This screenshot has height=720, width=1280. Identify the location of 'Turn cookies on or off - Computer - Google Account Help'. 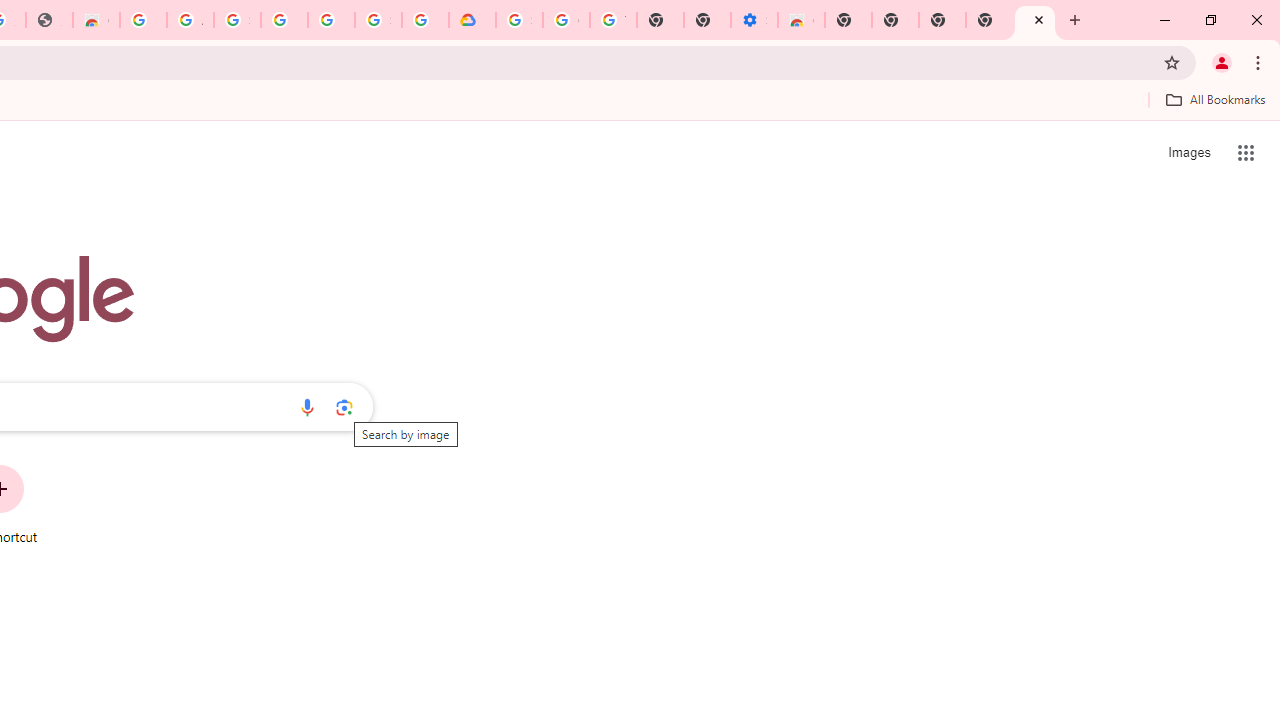
(612, 20).